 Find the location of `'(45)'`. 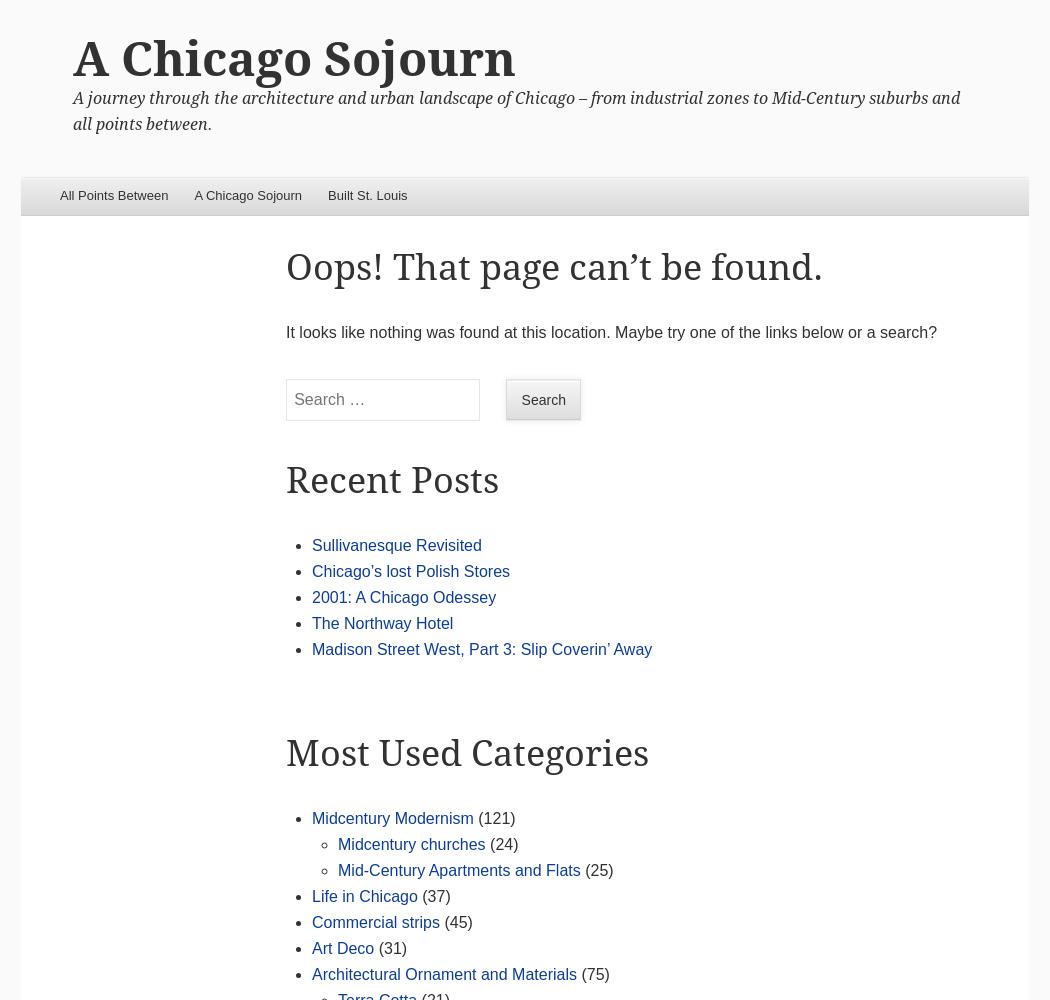

'(45)' is located at coordinates (456, 921).